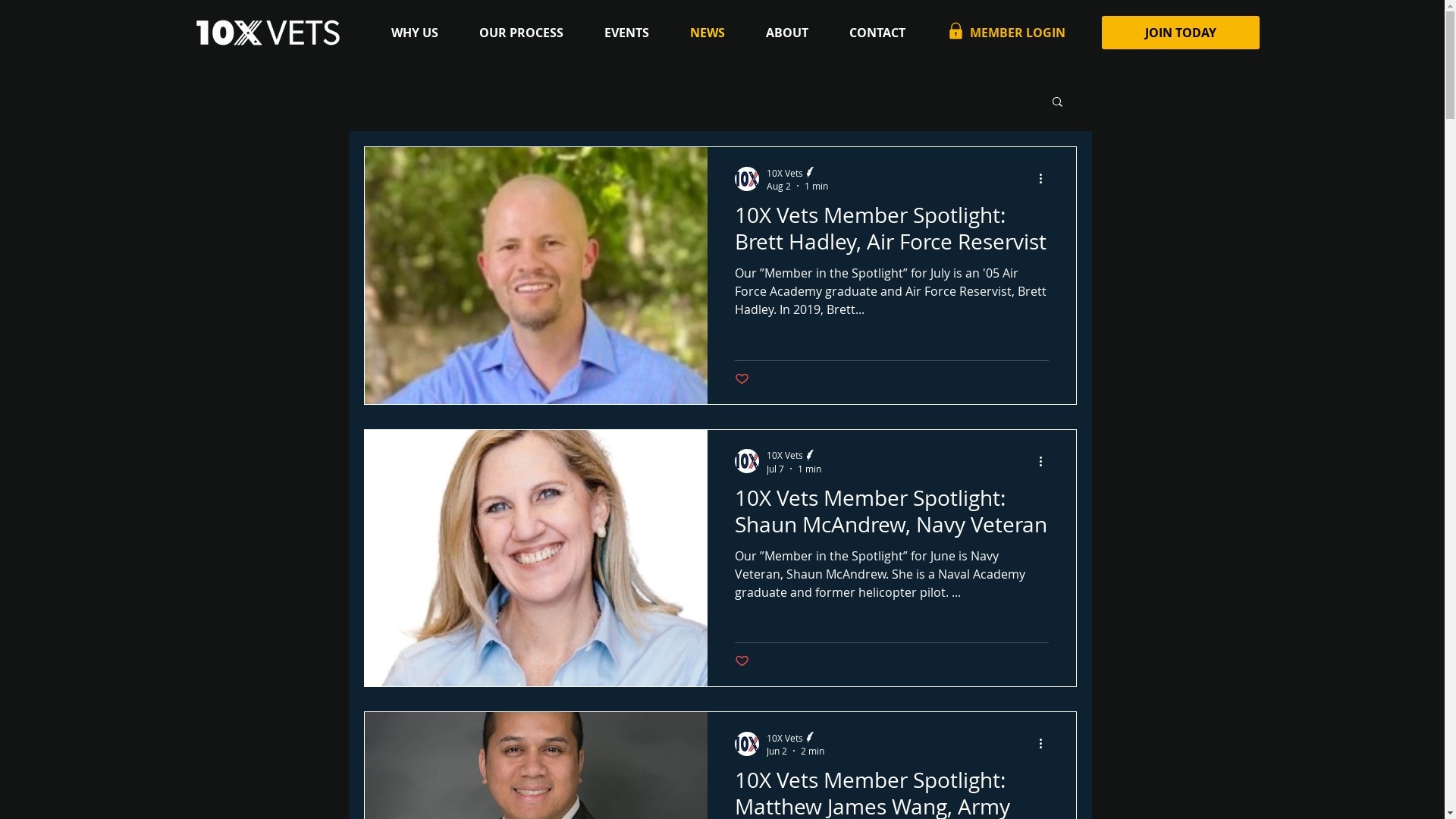 The height and width of the screenshot is (819, 1456). Describe the element at coordinates (795, 171) in the screenshot. I see `'10X Vets'` at that location.